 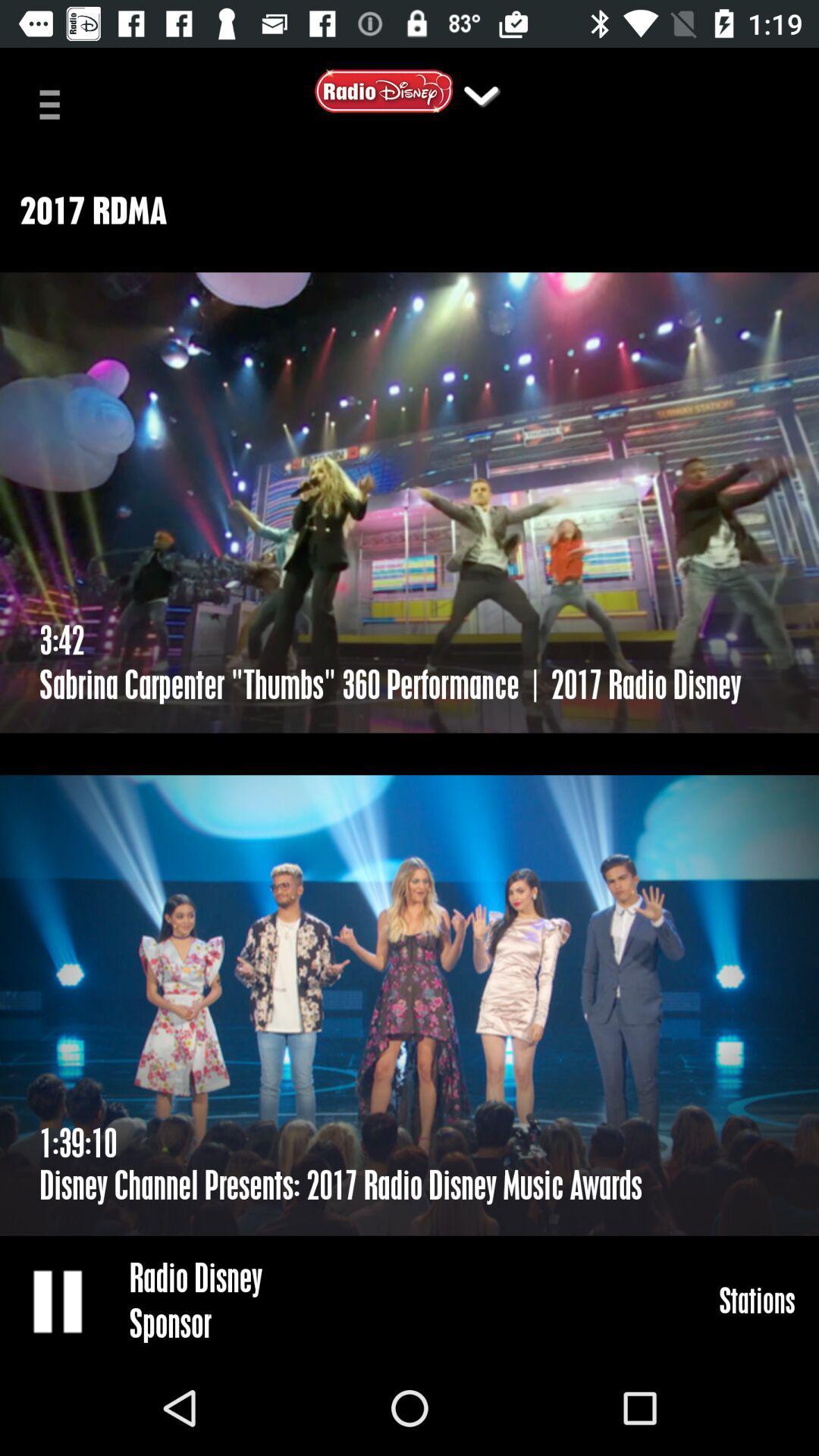 I want to click on button, so click(x=58, y=1300).